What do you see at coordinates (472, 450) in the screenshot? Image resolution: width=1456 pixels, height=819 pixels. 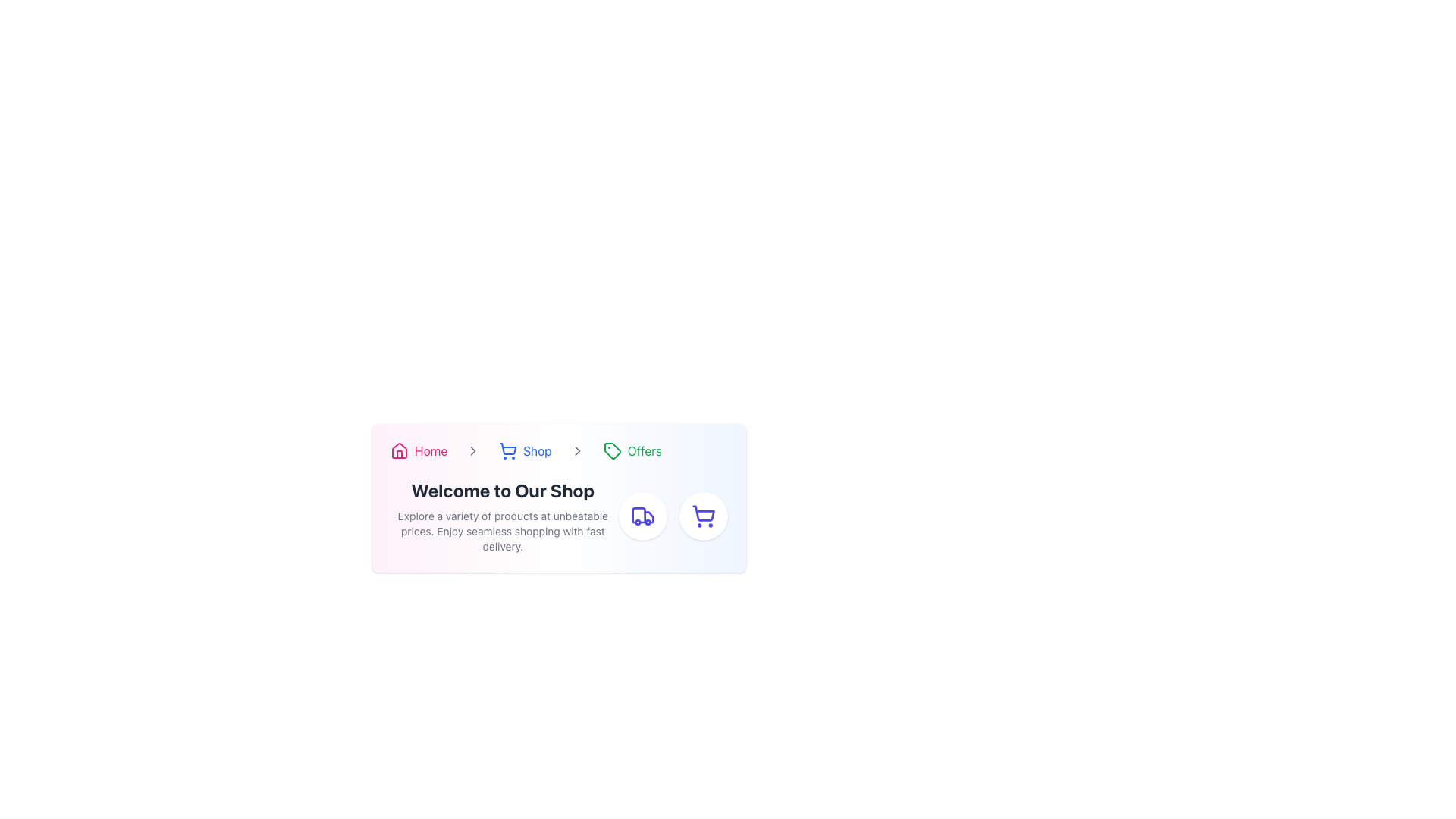 I see `the breadcrumb navigation separator icon located between the 'Shop' and 'Offers' labels` at bounding box center [472, 450].